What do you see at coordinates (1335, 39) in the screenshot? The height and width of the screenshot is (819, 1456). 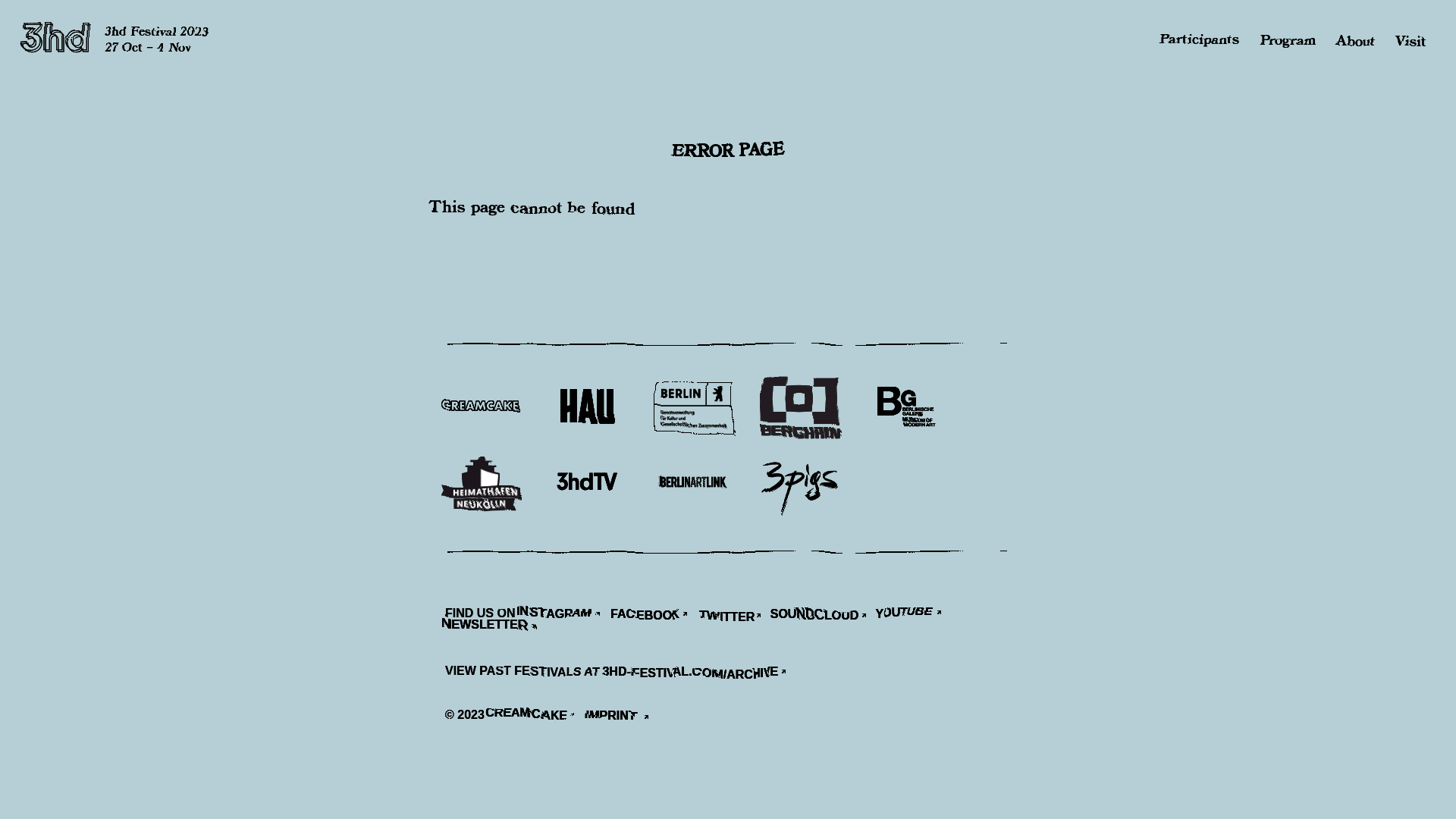 I see `'About'` at bounding box center [1335, 39].